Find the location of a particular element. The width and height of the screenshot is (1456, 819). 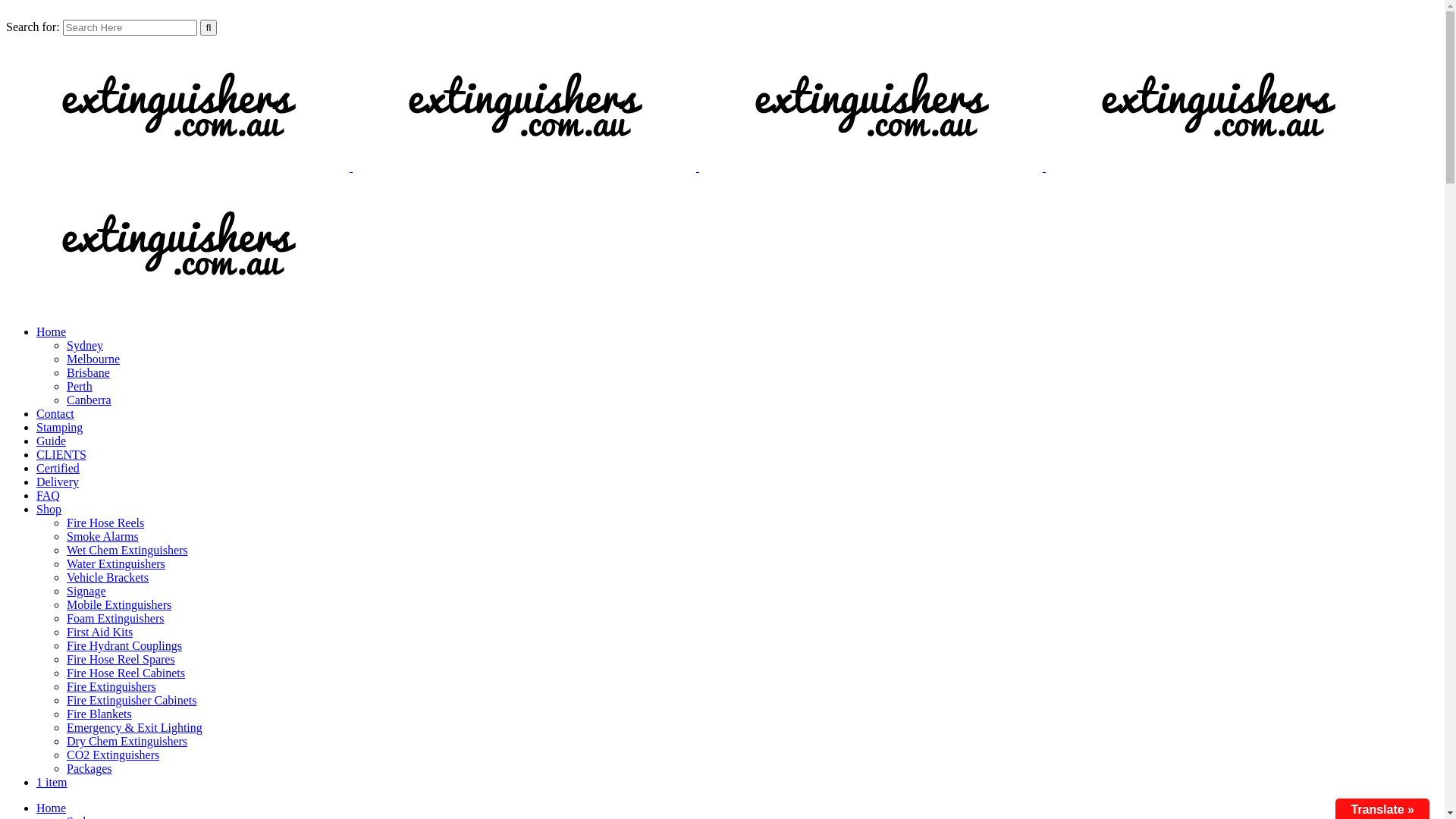

'Emergency & Exit Lighting' is located at coordinates (134, 726).